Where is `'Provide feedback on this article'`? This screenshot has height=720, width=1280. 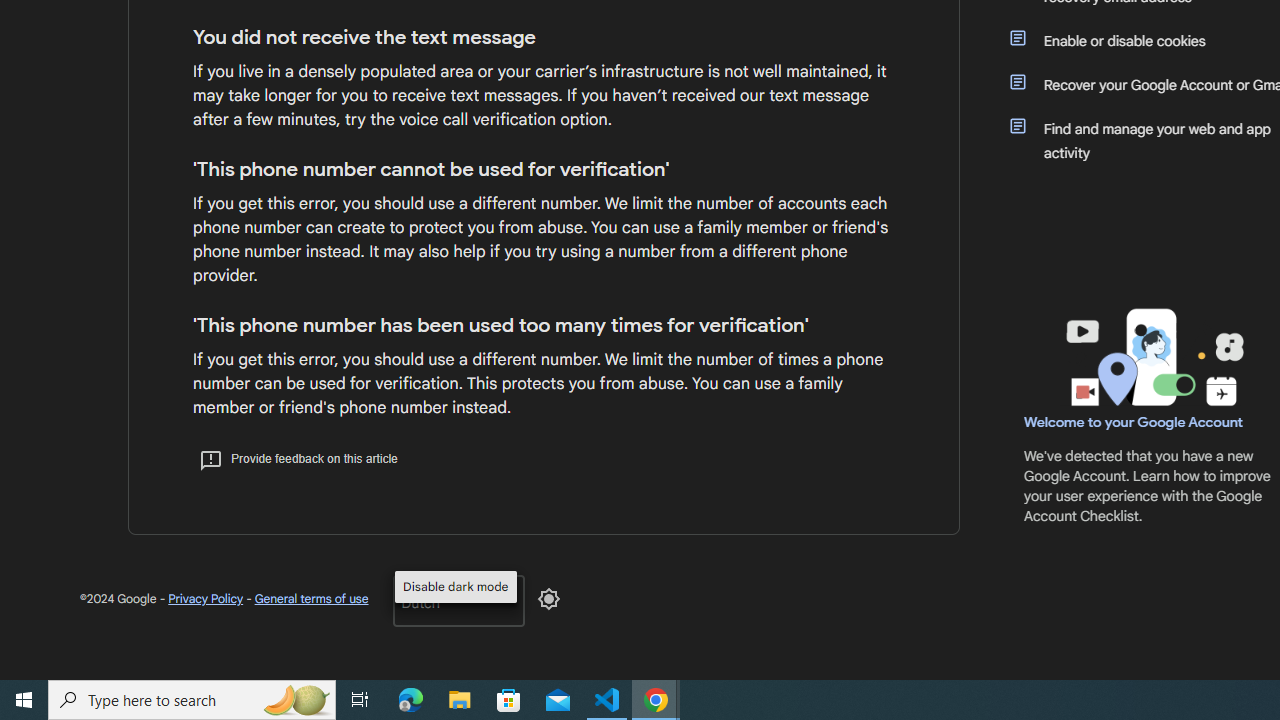 'Provide feedback on this article' is located at coordinates (297, 458).